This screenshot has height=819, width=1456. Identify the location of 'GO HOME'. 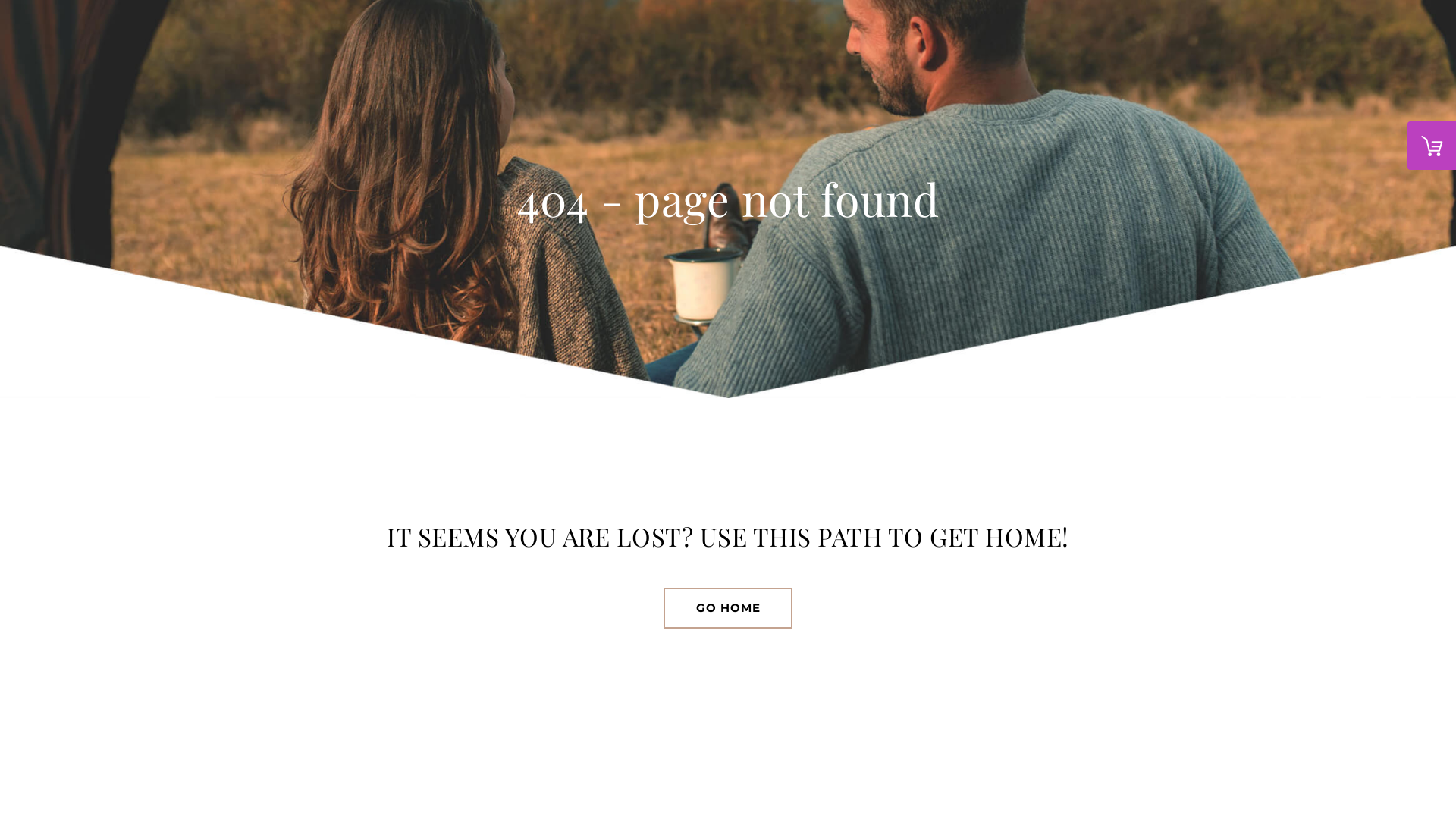
(728, 607).